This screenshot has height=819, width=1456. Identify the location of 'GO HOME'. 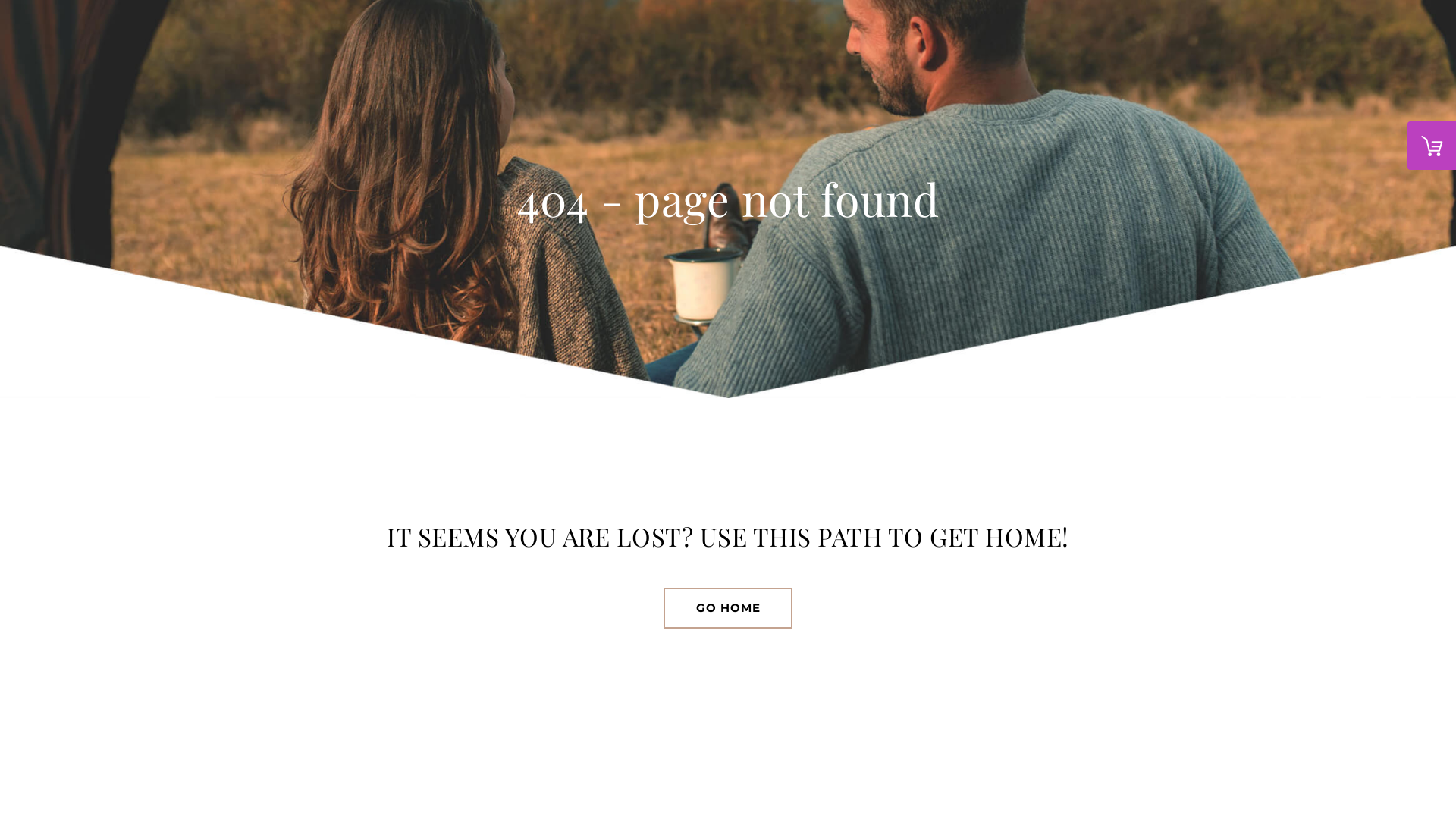
(728, 607).